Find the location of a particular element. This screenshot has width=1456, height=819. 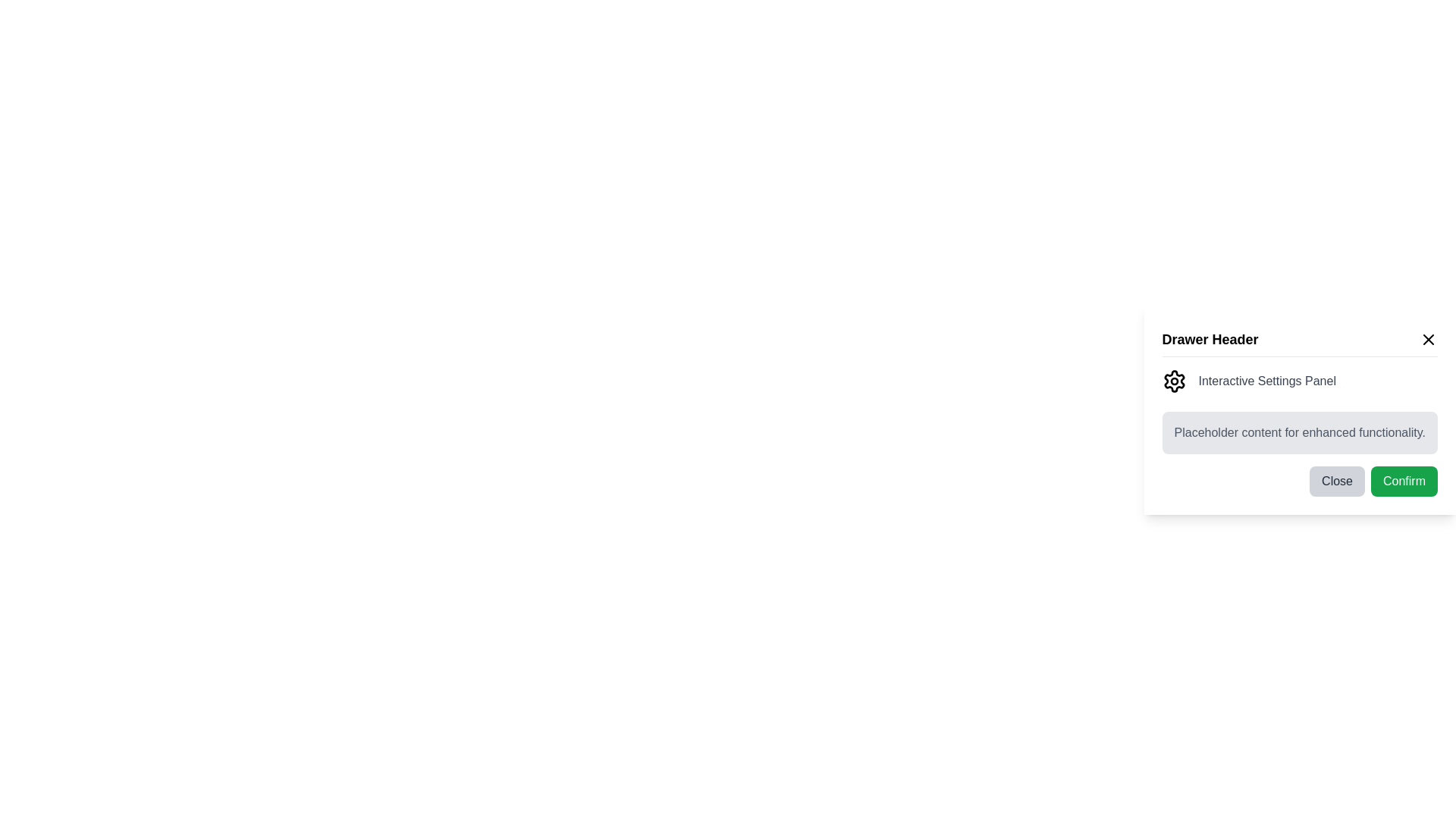

the close button located in the lower right corner of the panel, which is the leftmost button in a group of two buttons is located at coordinates (1337, 481).